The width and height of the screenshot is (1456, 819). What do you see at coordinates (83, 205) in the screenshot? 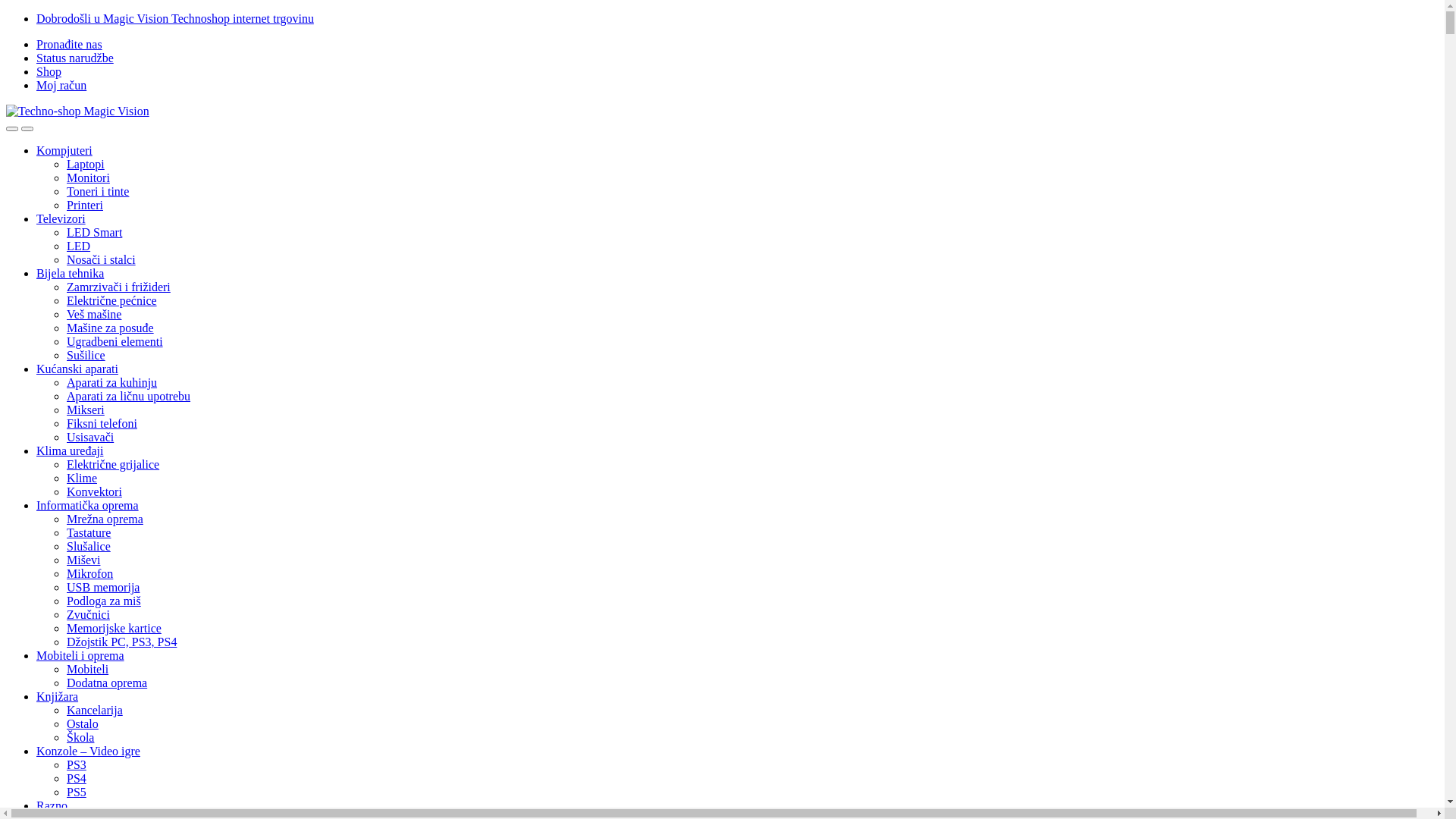
I see `'Printeri'` at bounding box center [83, 205].